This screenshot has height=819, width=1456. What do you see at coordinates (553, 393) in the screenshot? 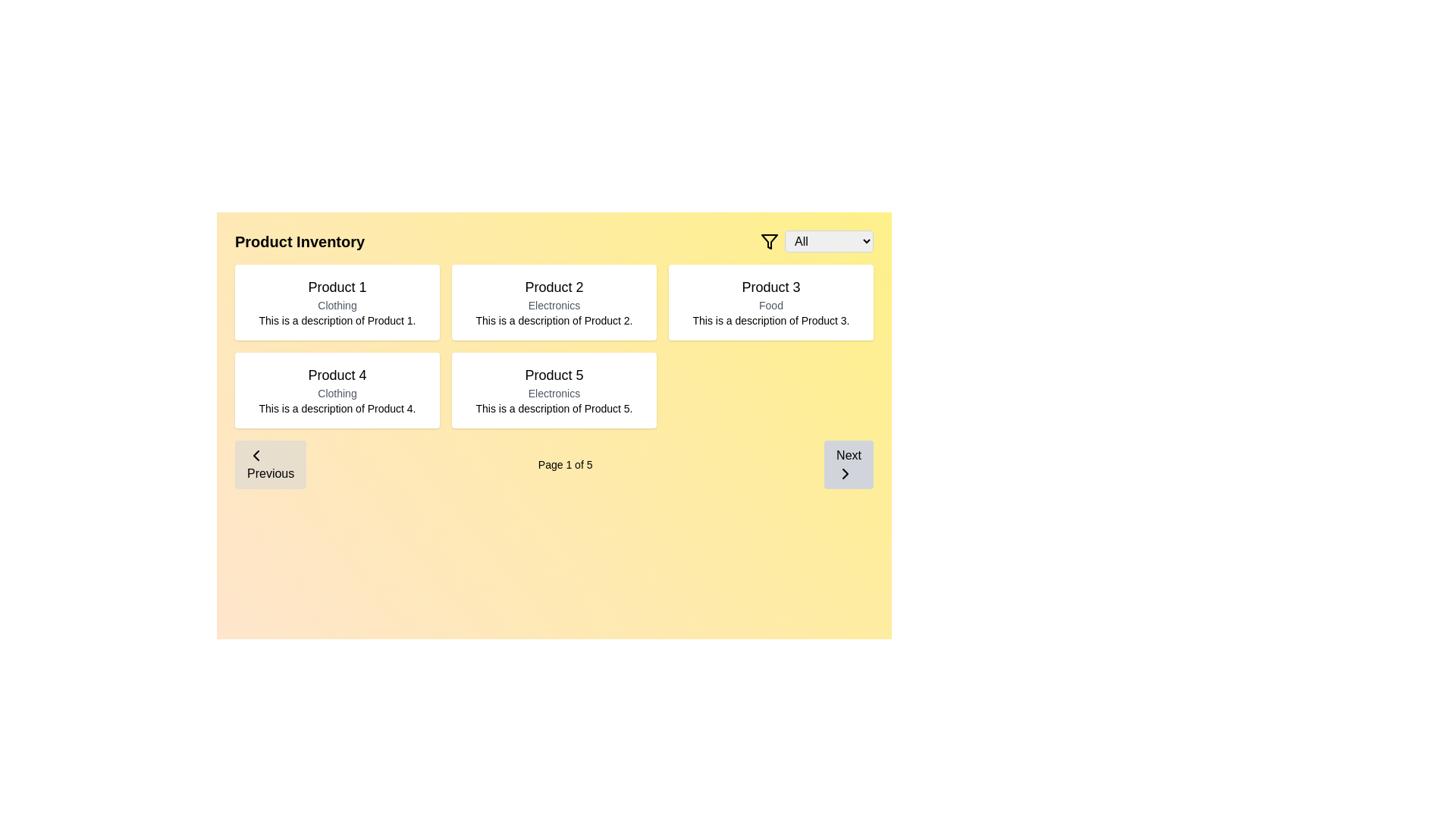
I see `the 'Electronics' text label displayed in small gray letters, which is centered in the middle portion of the card labeled 'Product 5'` at bounding box center [553, 393].